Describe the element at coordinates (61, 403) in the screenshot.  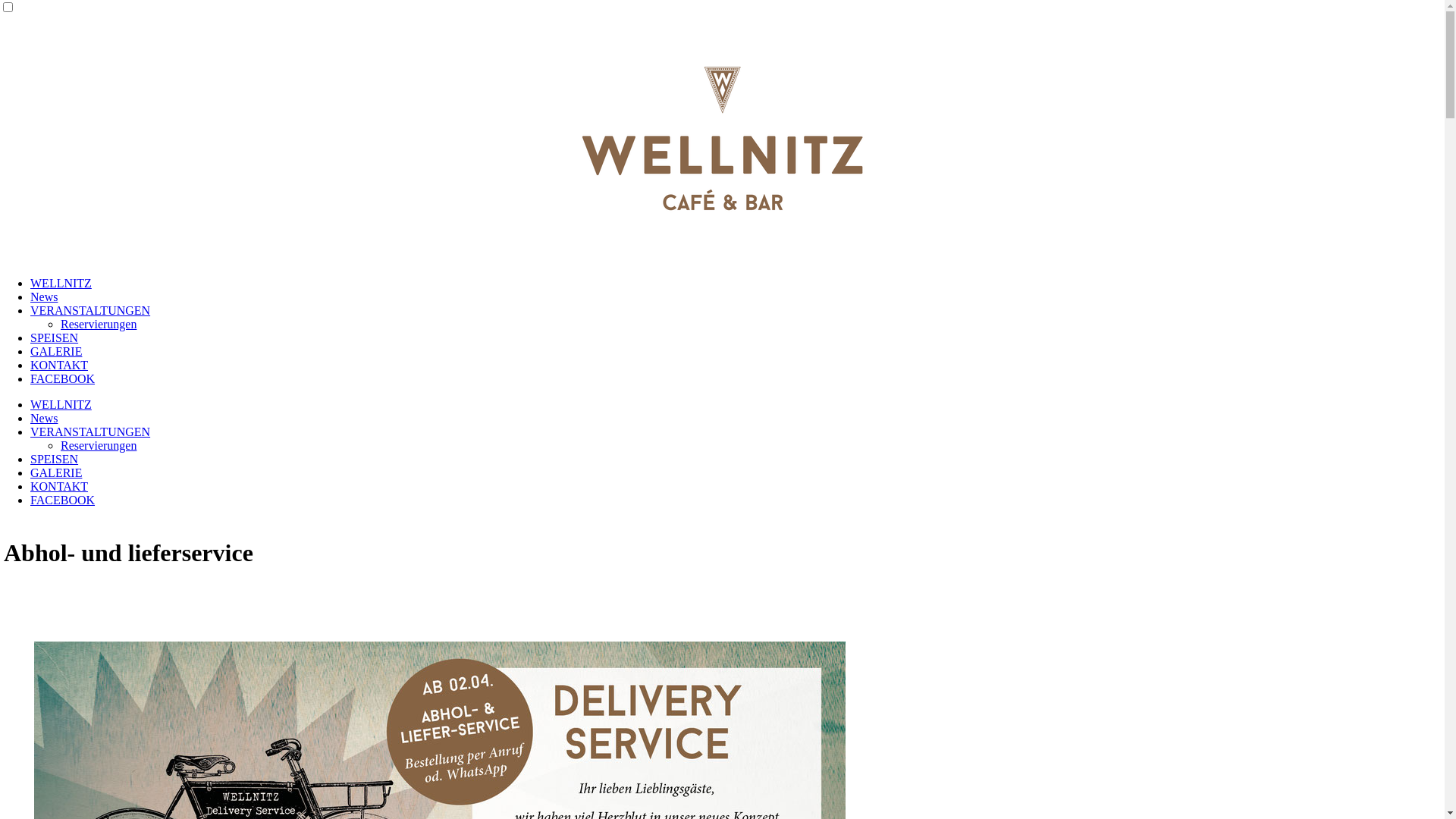
I see `'WELLNITZ'` at that location.